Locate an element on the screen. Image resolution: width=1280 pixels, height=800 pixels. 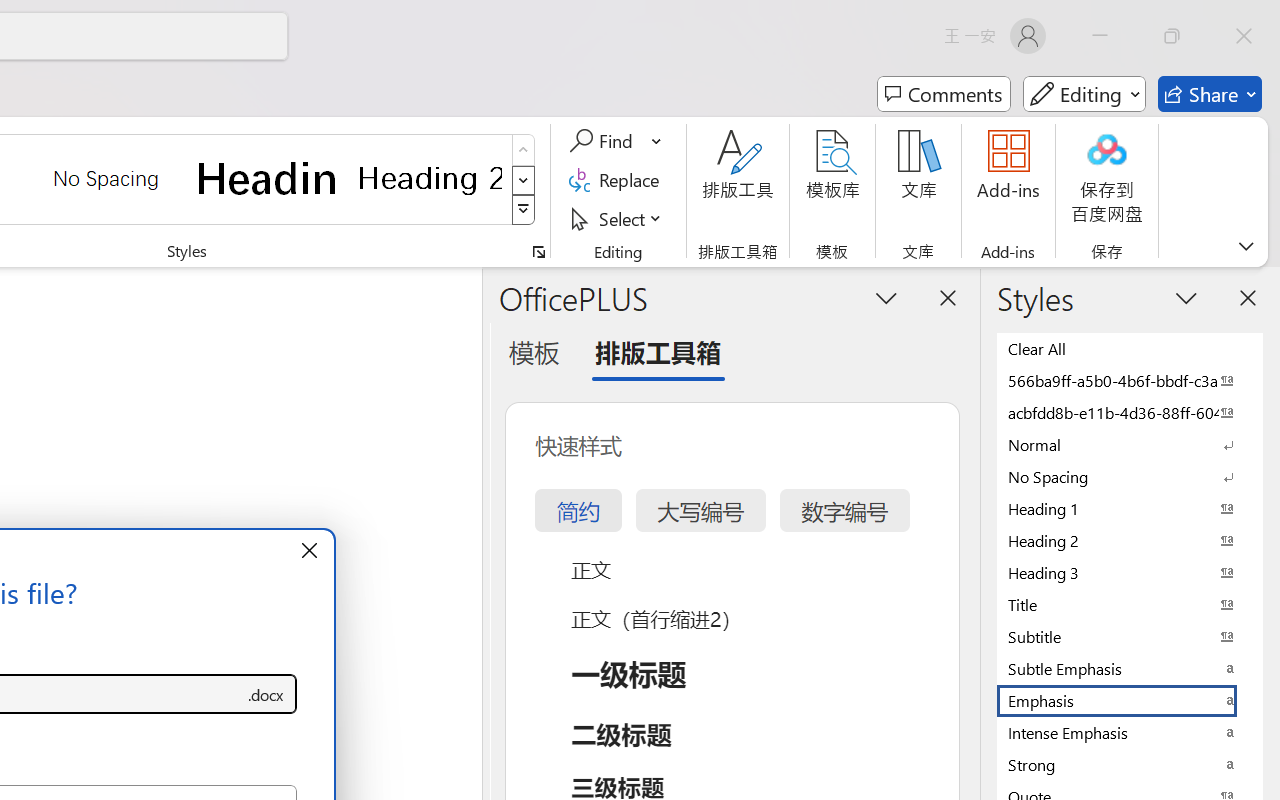
'Comments' is located at coordinates (943, 94).